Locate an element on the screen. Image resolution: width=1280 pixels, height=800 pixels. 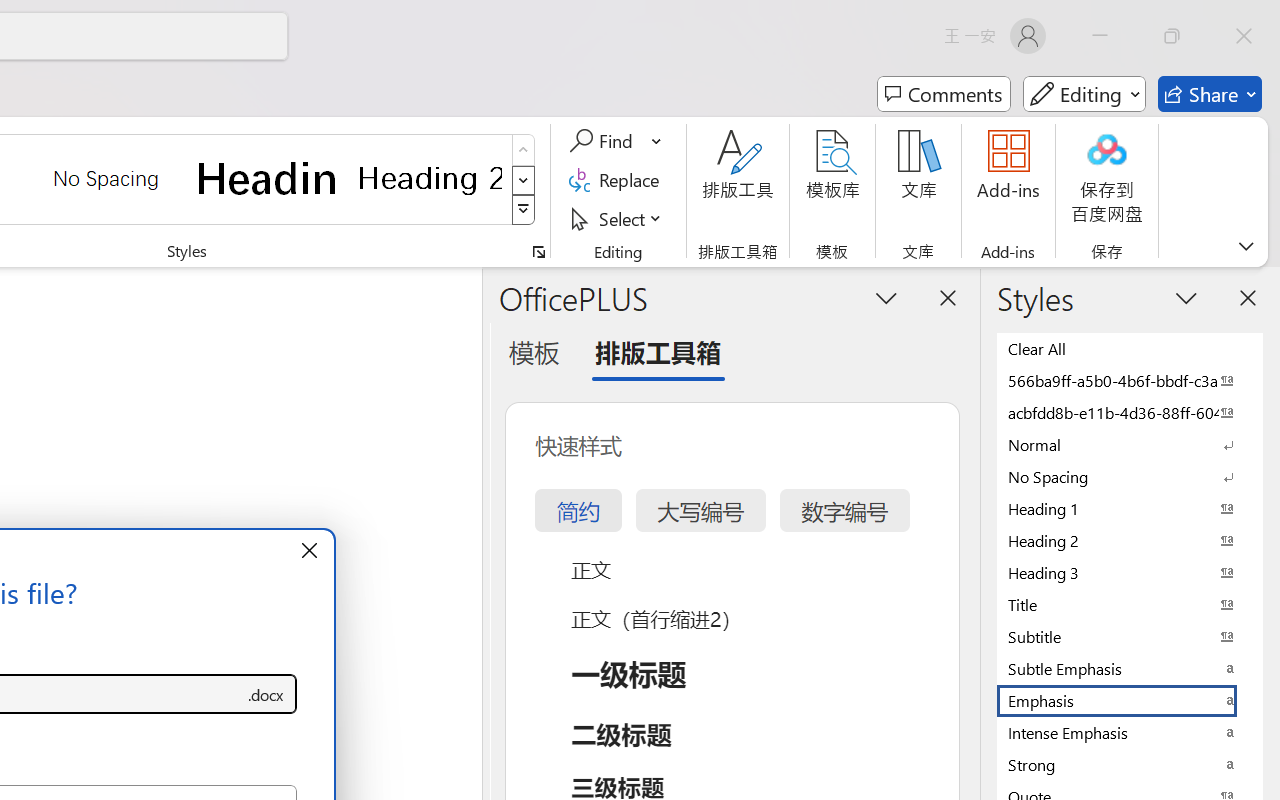
'Comments' is located at coordinates (943, 94).